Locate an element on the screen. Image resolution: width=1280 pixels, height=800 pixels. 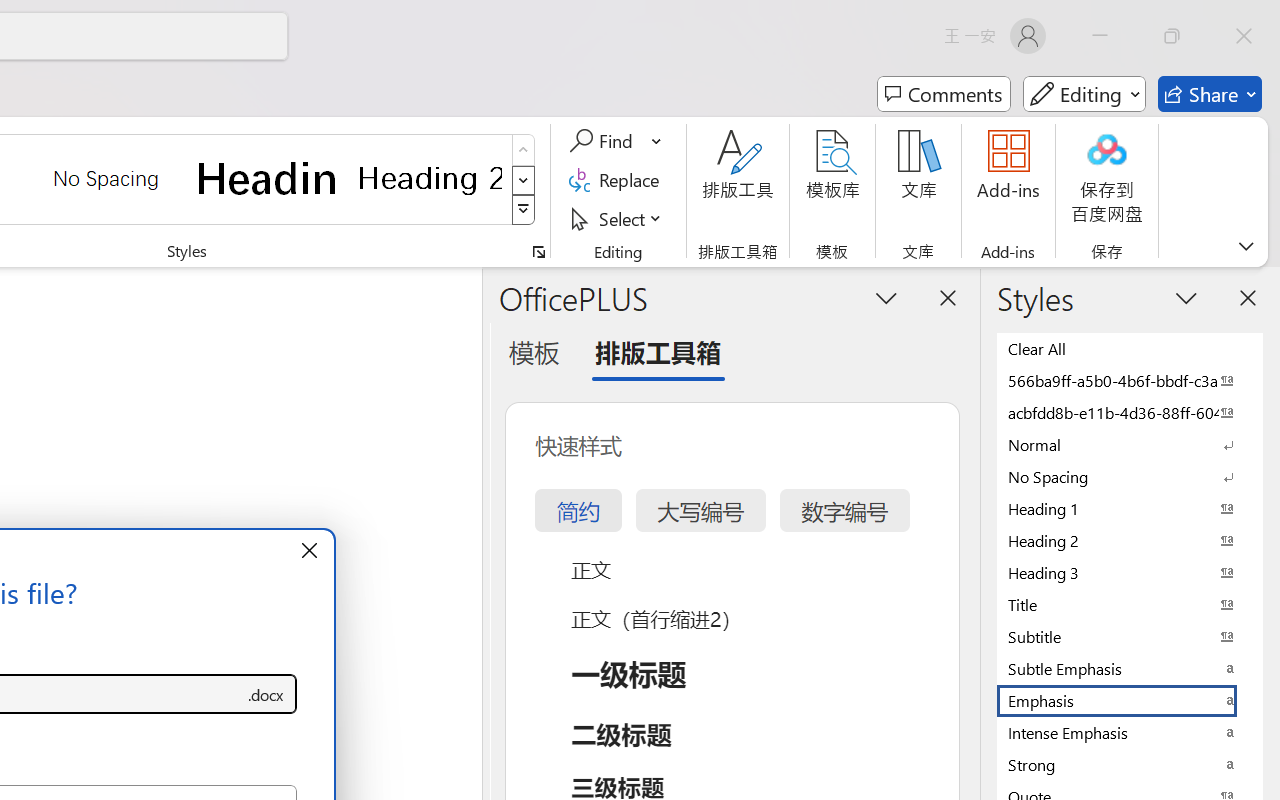
'Comments' is located at coordinates (943, 94).